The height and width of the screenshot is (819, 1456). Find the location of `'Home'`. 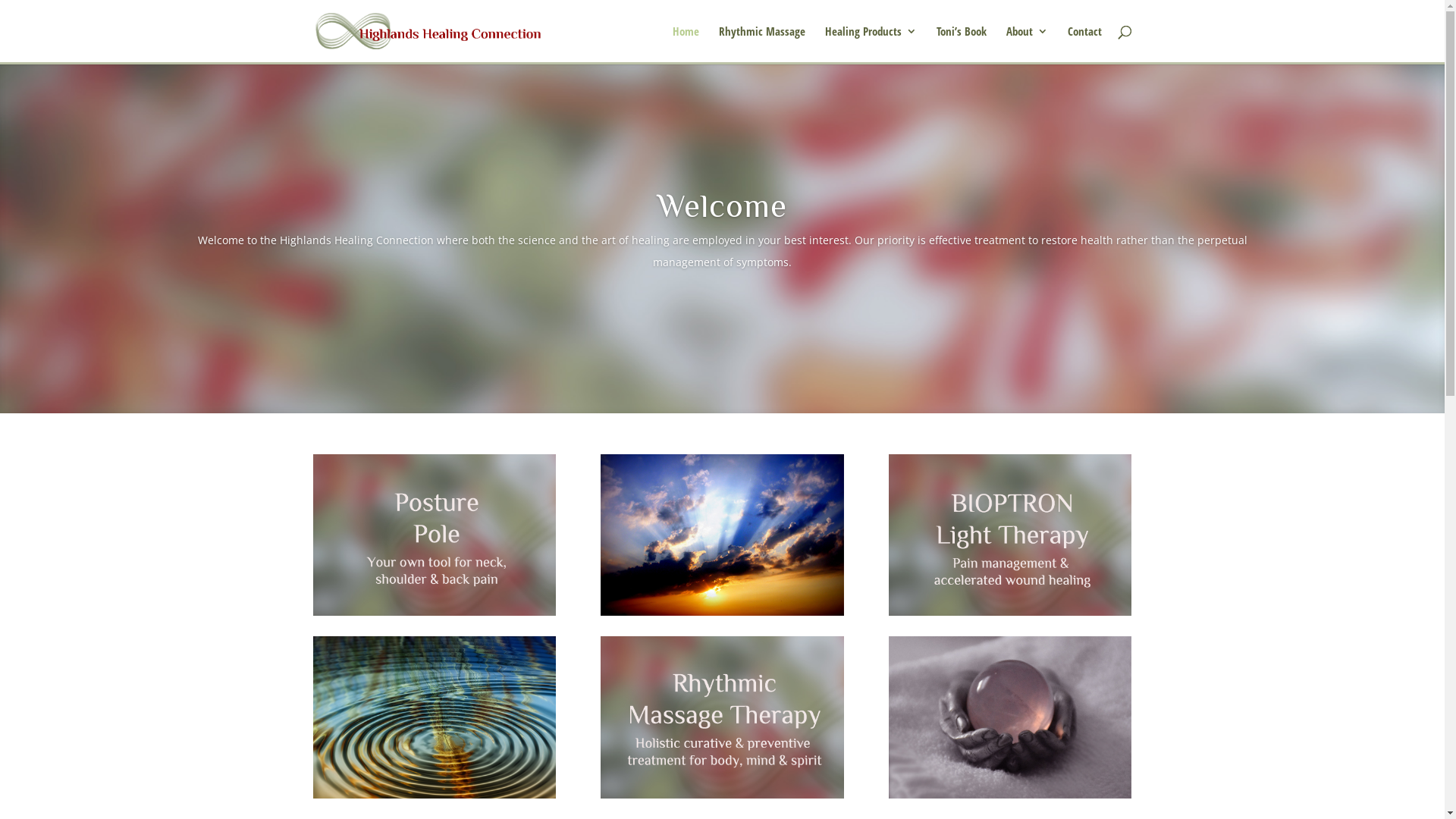

'Home' is located at coordinates (684, 42).